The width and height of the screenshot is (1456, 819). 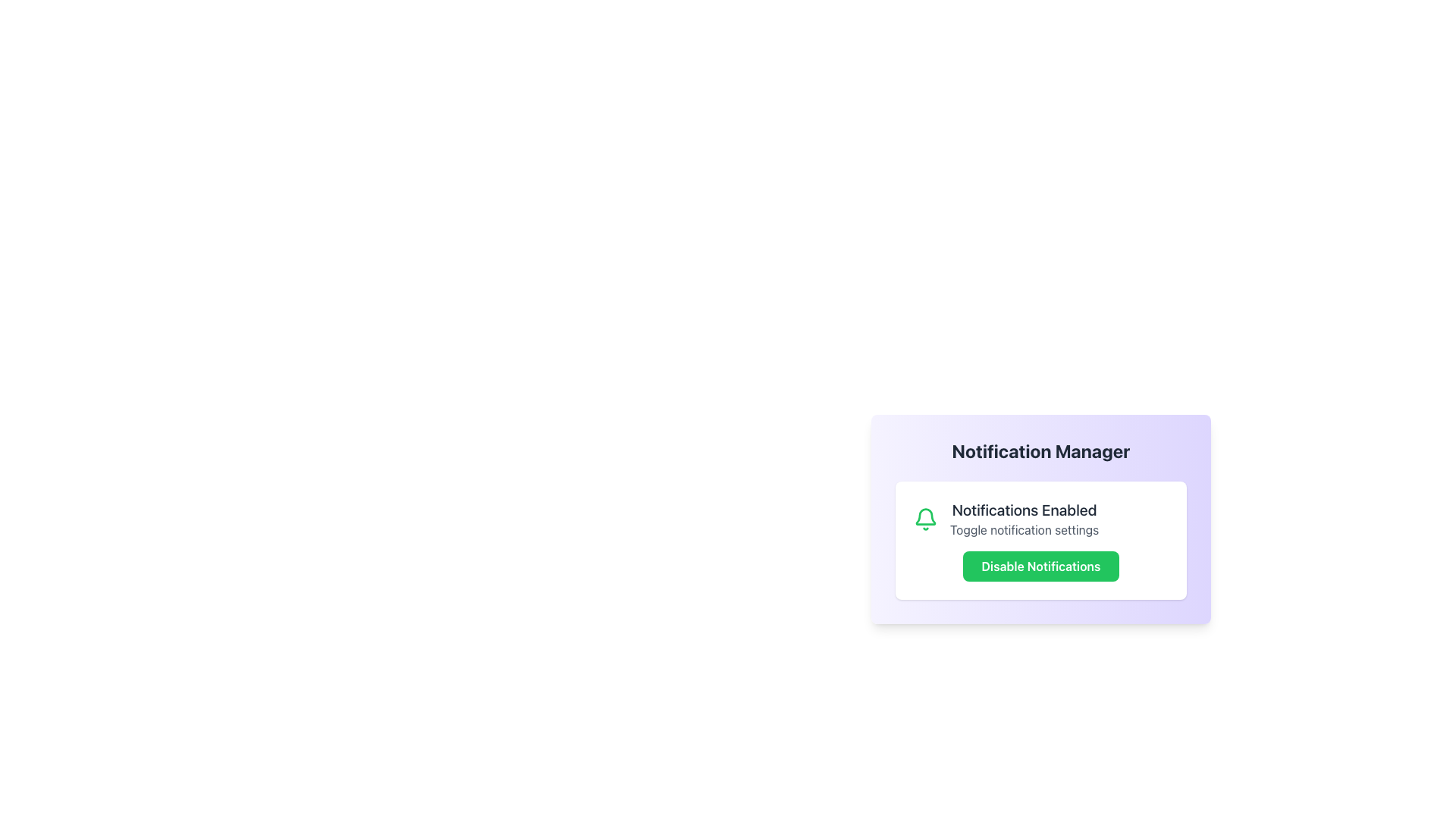 What do you see at coordinates (1025, 529) in the screenshot?
I see `the text label that says 'Toggle notification settings', which is styled in gray and located directly underneath the 'Notifications Enabled' header in the notification manager box` at bounding box center [1025, 529].